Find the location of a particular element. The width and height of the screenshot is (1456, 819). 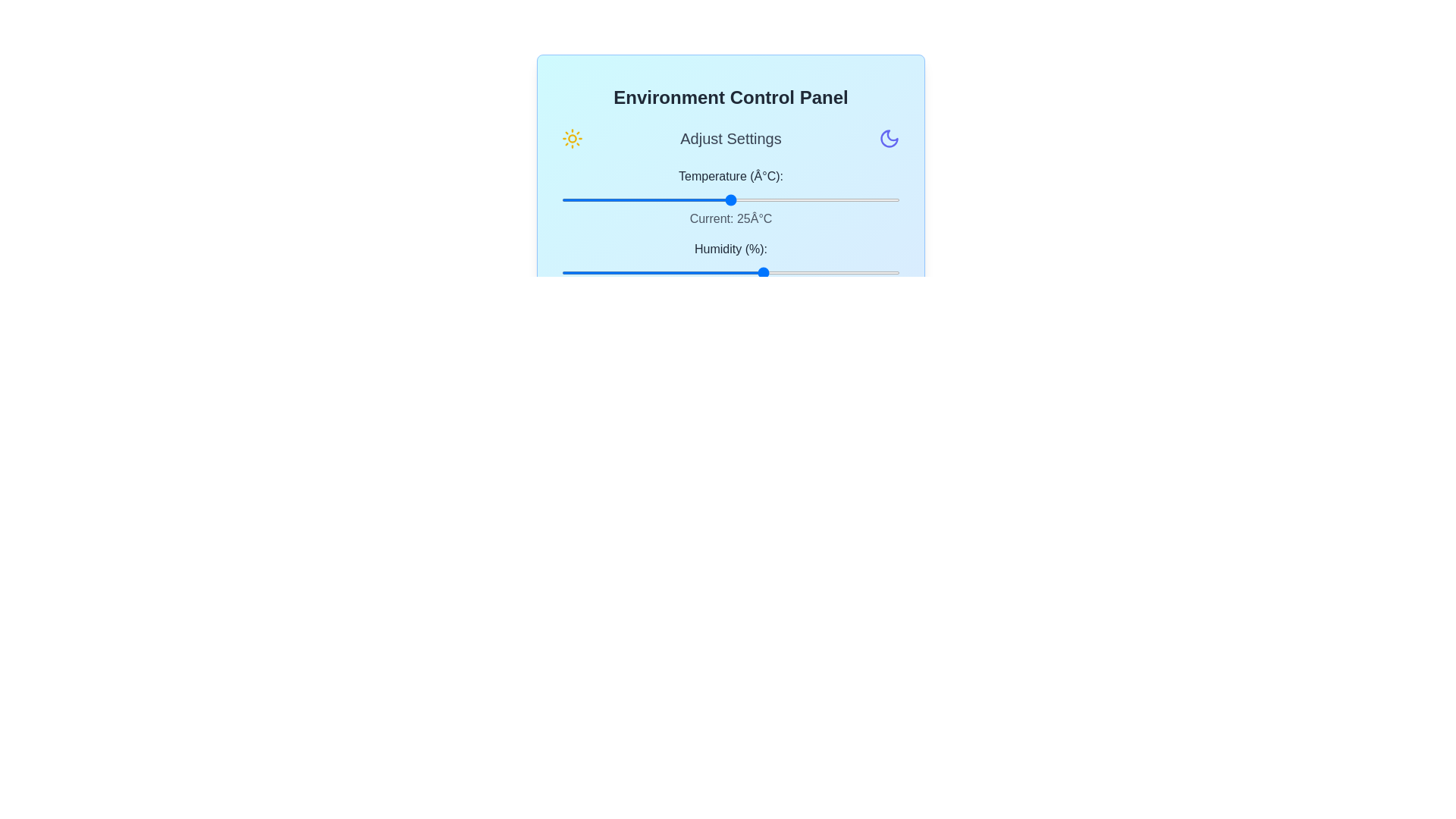

the humidity slider to 18% is located at coordinates (623, 271).